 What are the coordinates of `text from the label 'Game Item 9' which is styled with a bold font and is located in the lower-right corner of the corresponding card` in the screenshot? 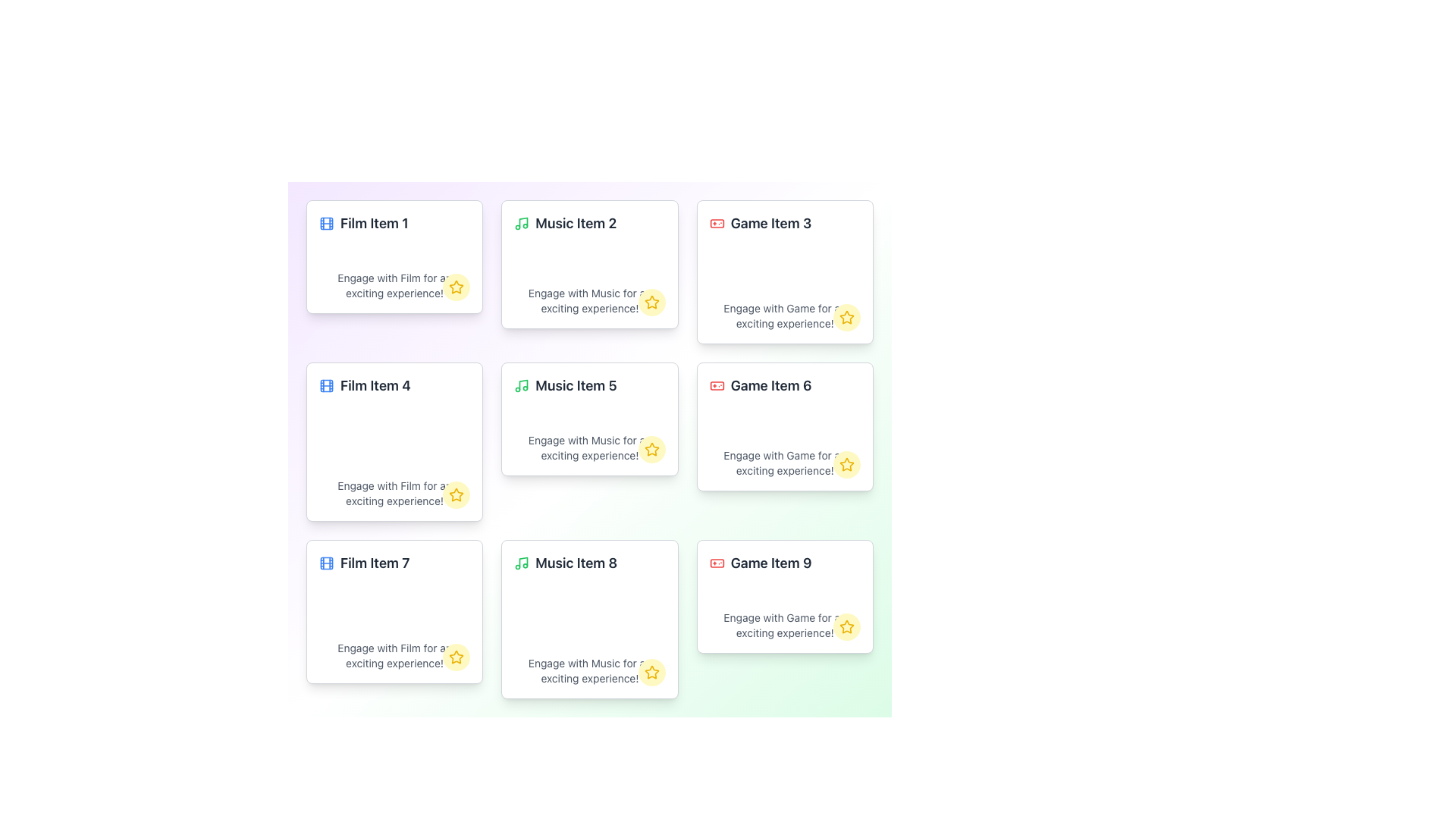 It's located at (785, 563).